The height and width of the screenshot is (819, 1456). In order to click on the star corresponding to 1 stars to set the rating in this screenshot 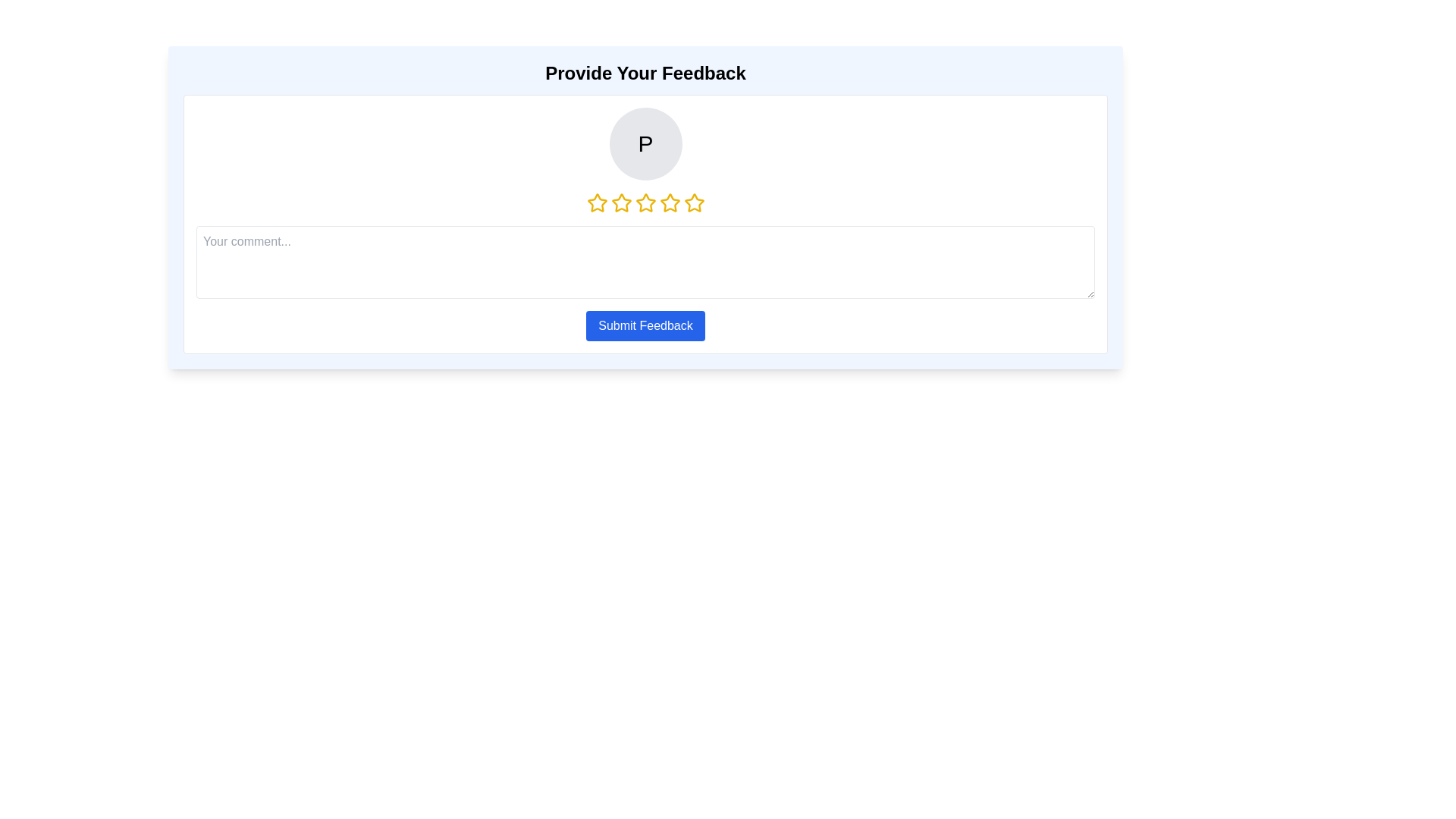, I will do `click(596, 202)`.